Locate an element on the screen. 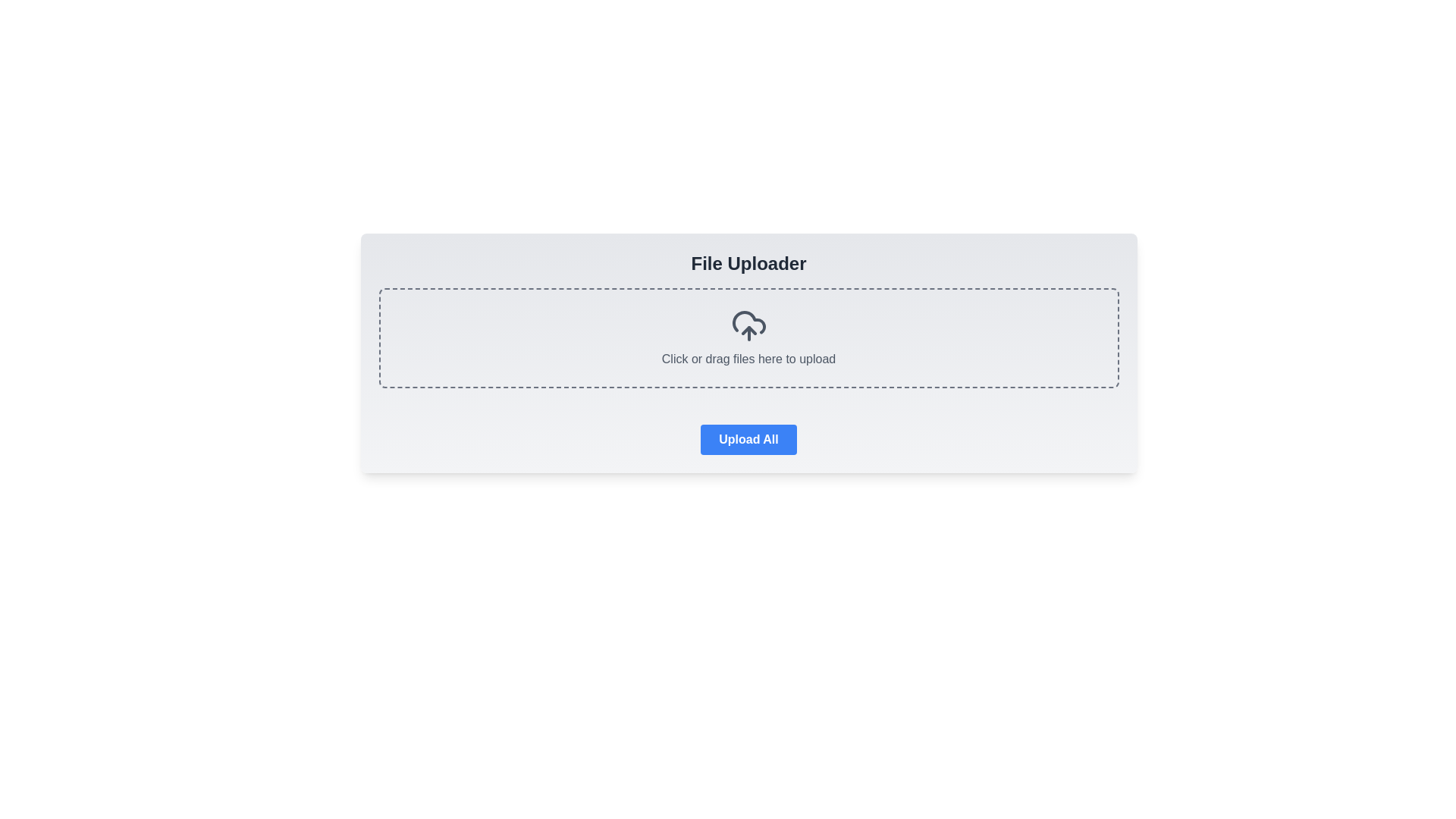 Image resolution: width=1456 pixels, height=819 pixels. the instructional text that states 'Click or drag files here to upload.' which is styled in gray and located within a rectangular outlined area near the bottom of a dashed rectangle below an upload icon is located at coordinates (748, 359).